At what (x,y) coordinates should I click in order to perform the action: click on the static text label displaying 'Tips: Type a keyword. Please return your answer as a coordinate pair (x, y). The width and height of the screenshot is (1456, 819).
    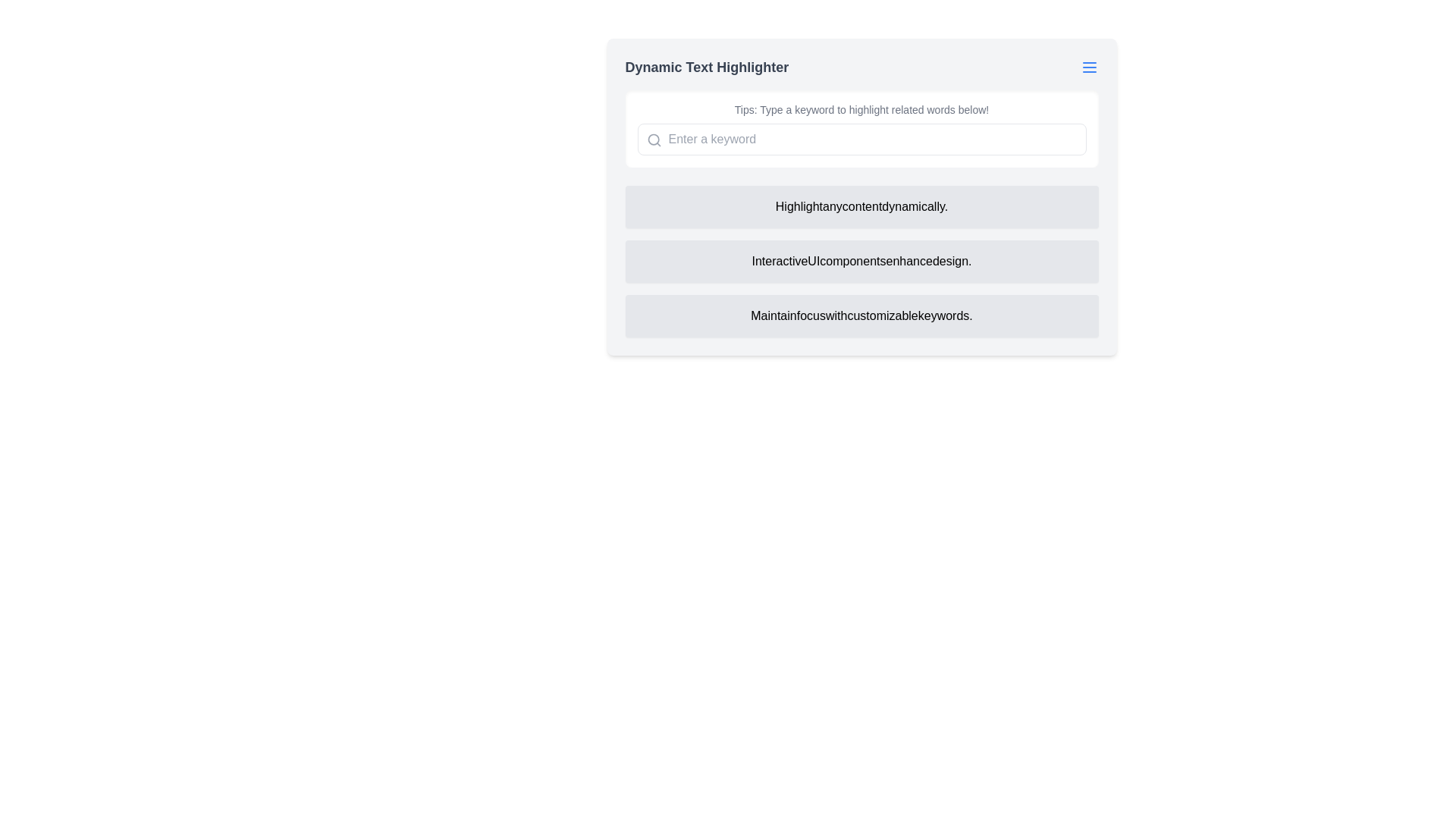
    Looking at the image, I should click on (861, 109).